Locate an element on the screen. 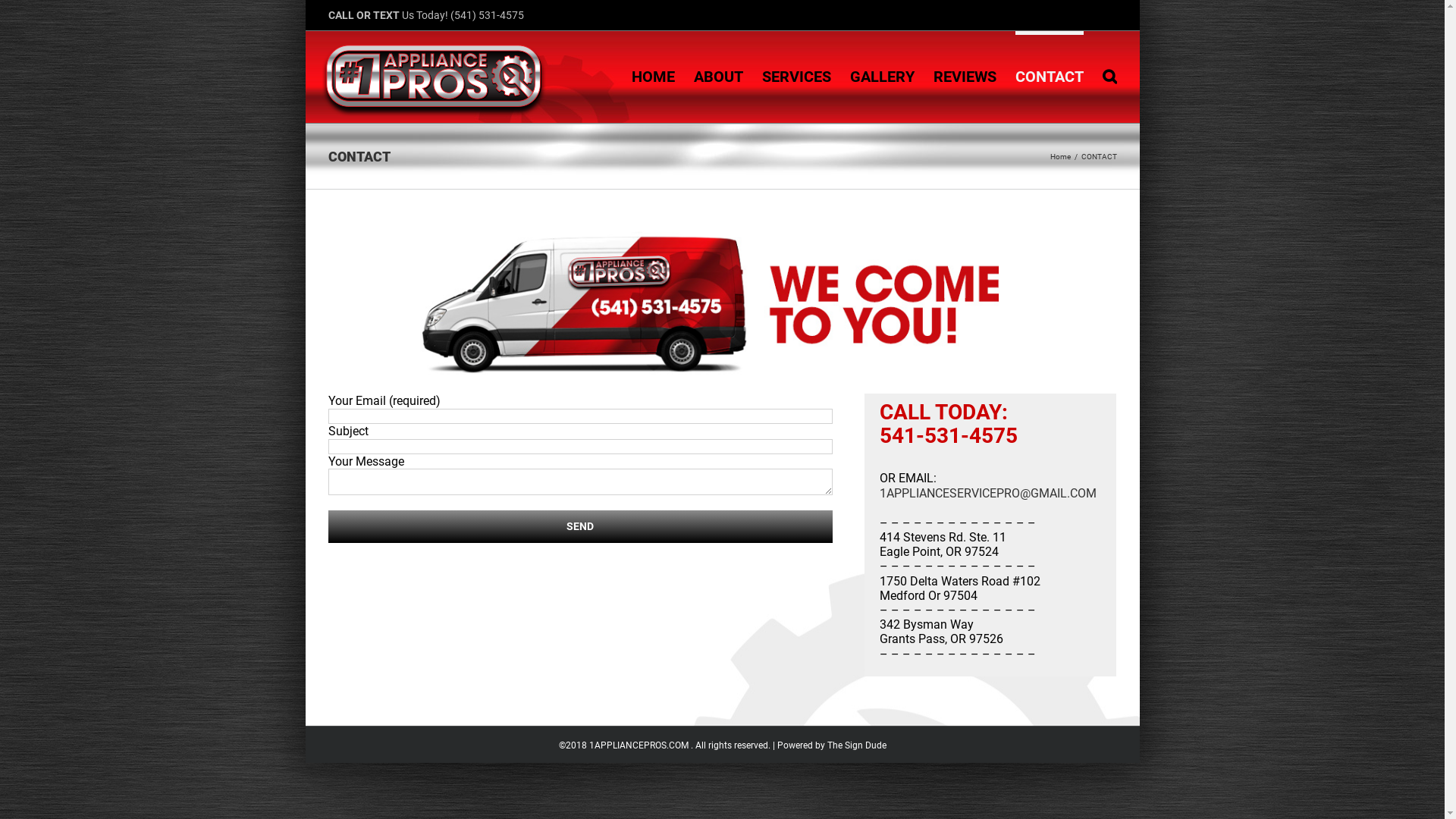 The width and height of the screenshot is (1456, 819). 'REVIEWS' is located at coordinates (963, 74).